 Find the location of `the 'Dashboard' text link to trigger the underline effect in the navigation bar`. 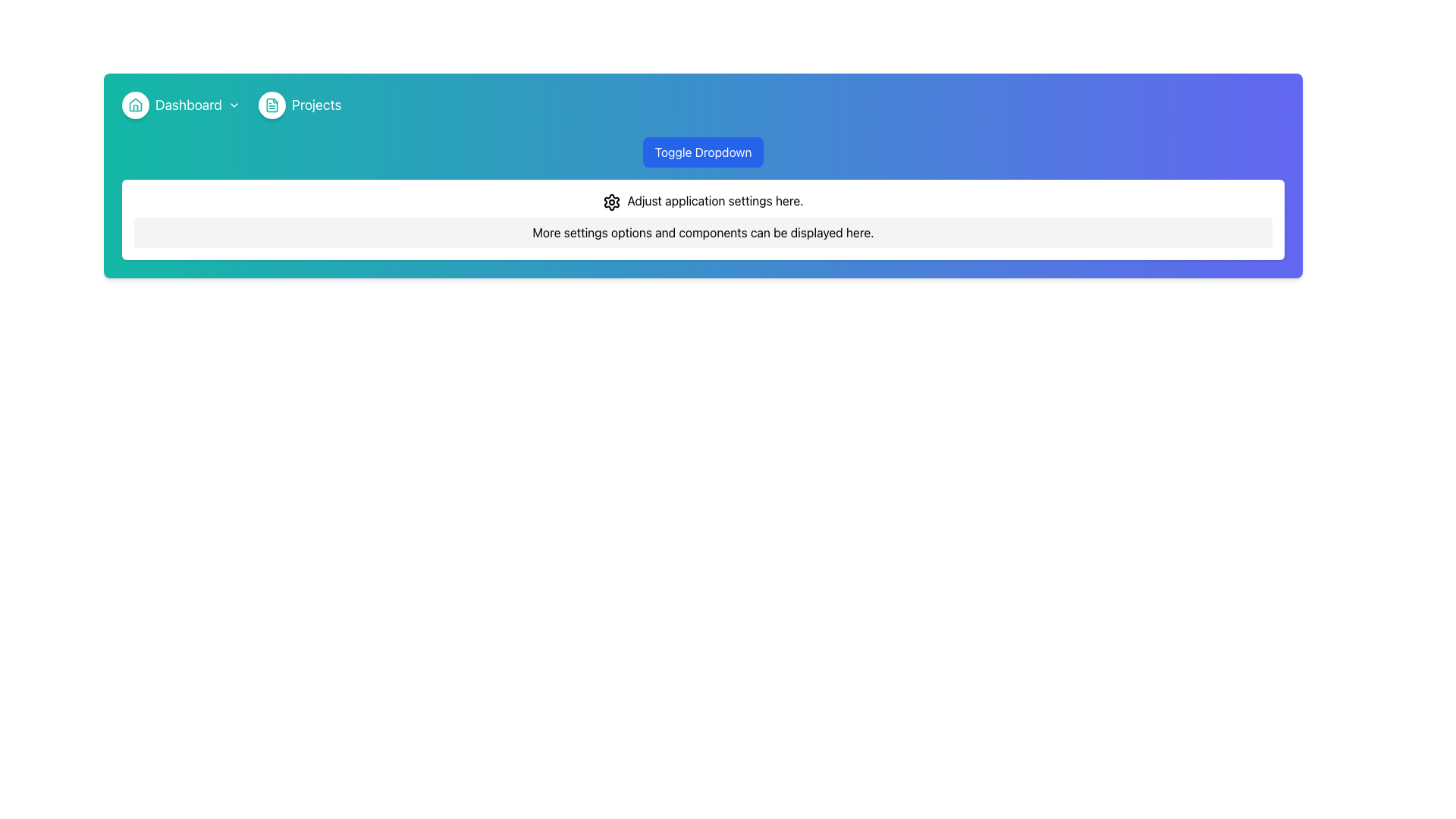

the 'Dashboard' text link to trigger the underline effect in the navigation bar is located at coordinates (188, 104).